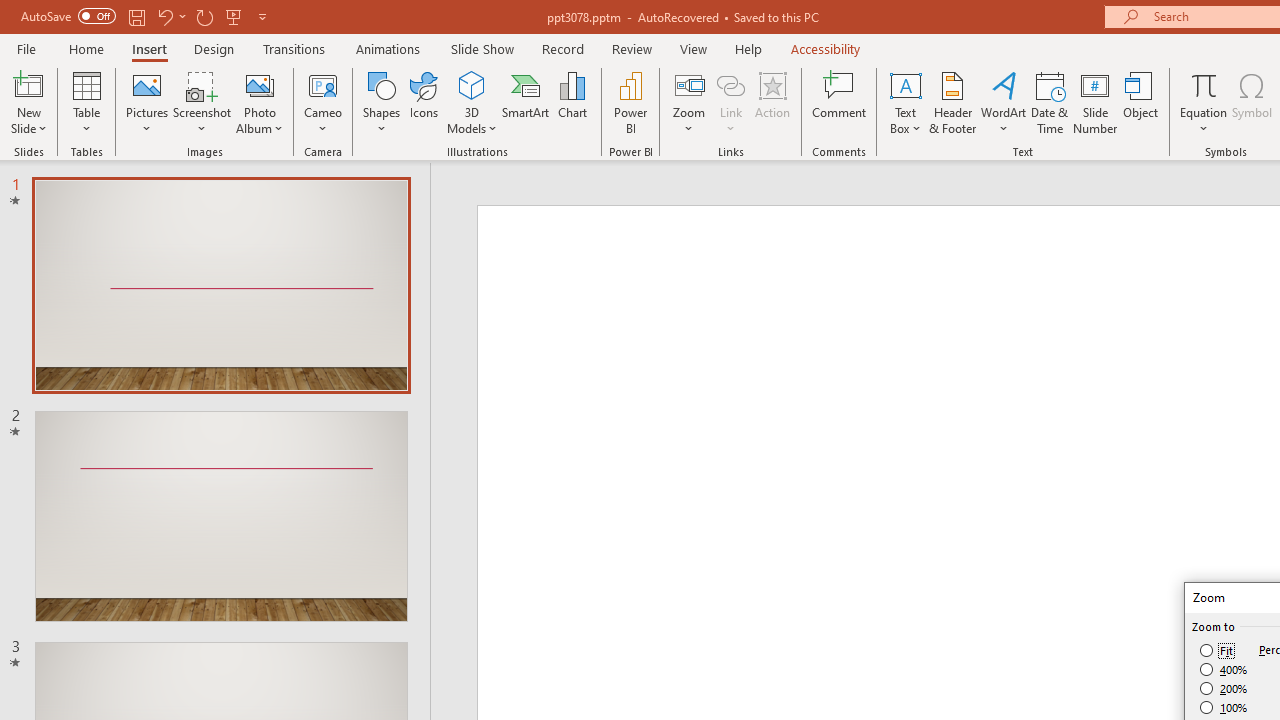 This screenshot has width=1280, height=720. Describe the element at coordinates (471, 103) in the screenshot. I see `'3D Models'` at that location.